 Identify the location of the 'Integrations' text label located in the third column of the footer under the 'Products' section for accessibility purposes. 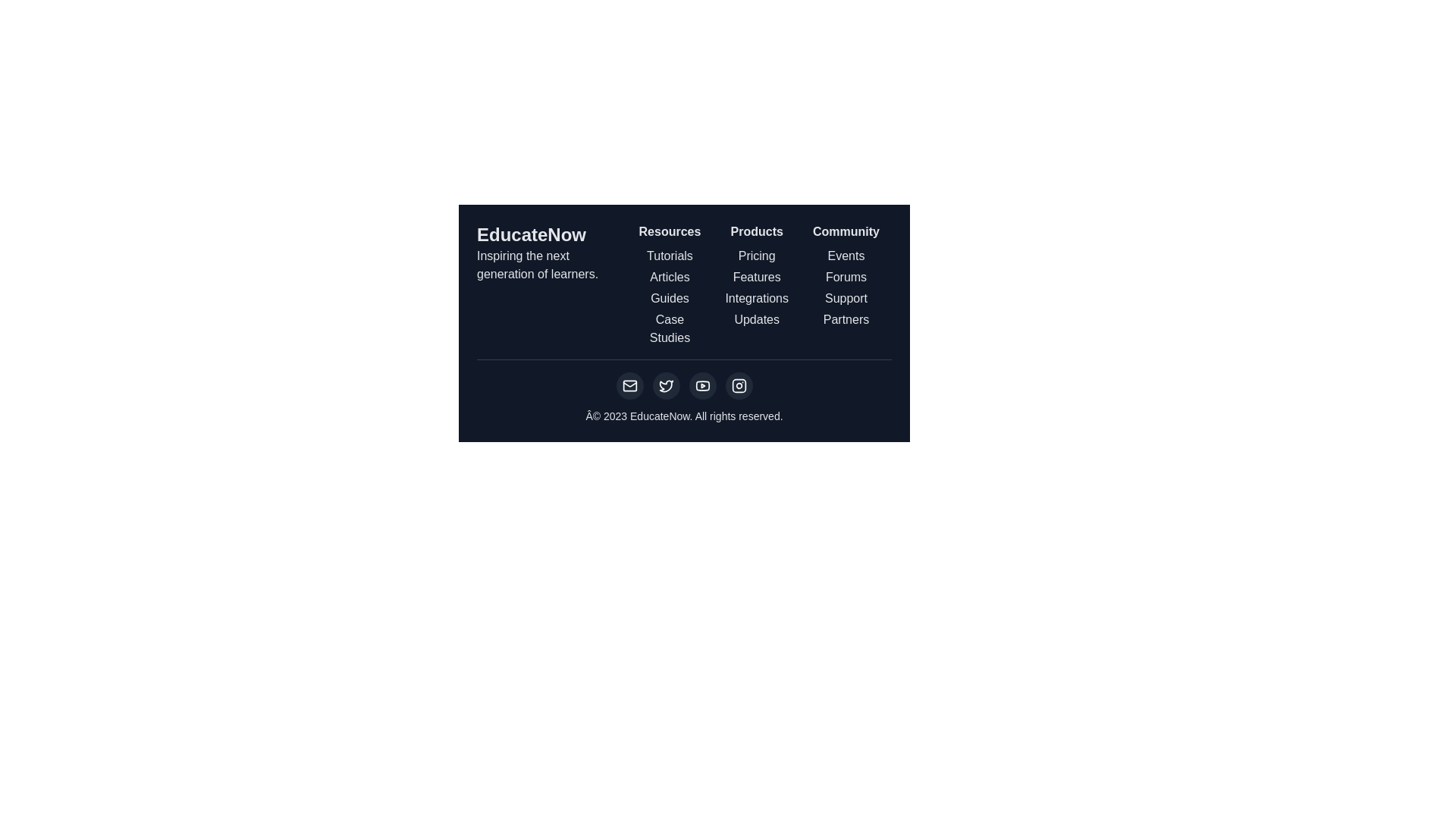
(757, 298).